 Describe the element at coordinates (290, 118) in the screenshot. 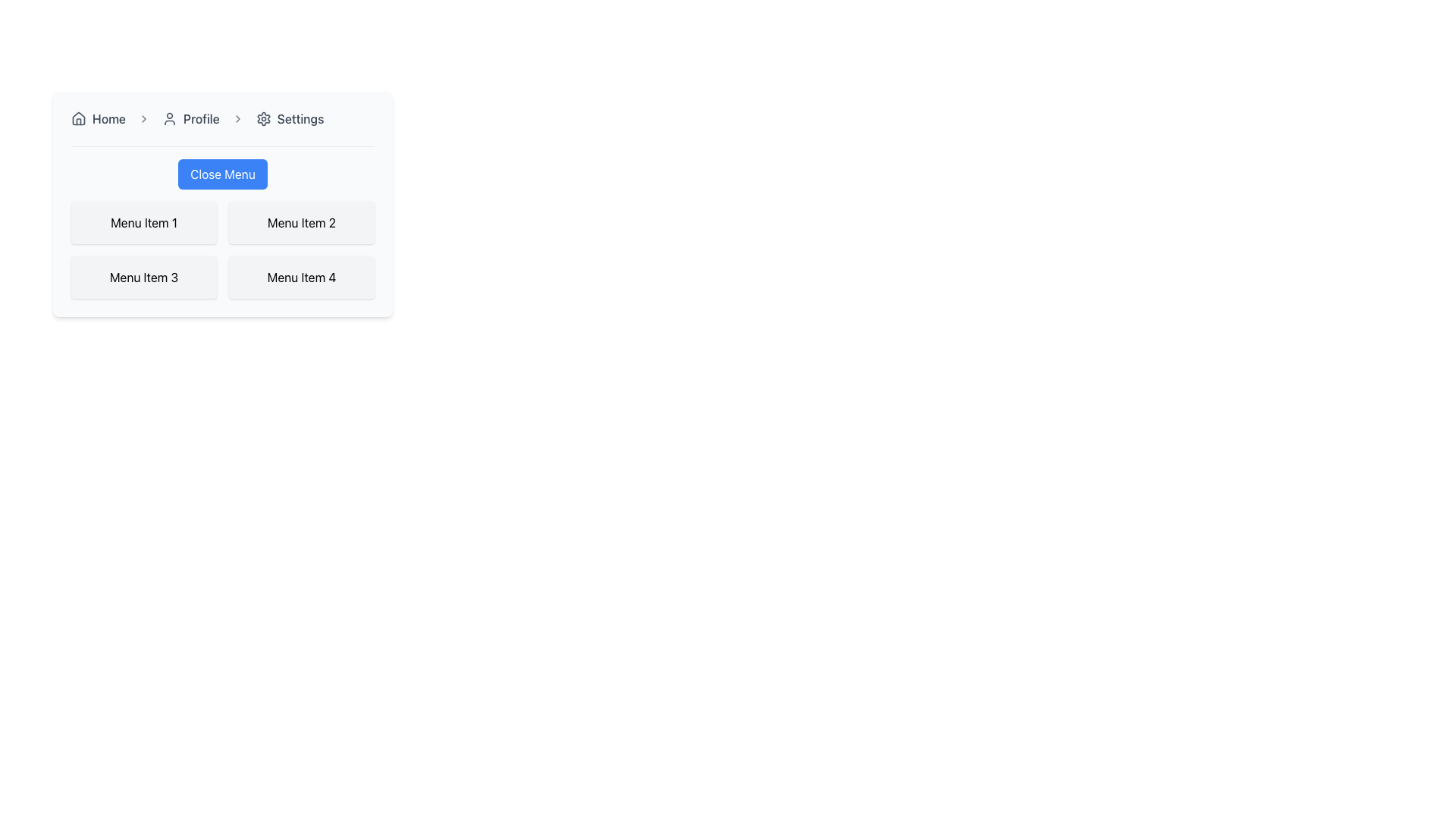

I see `the third interactive link in the breadcrumb navigation sequence to trigger a style change` at that location.